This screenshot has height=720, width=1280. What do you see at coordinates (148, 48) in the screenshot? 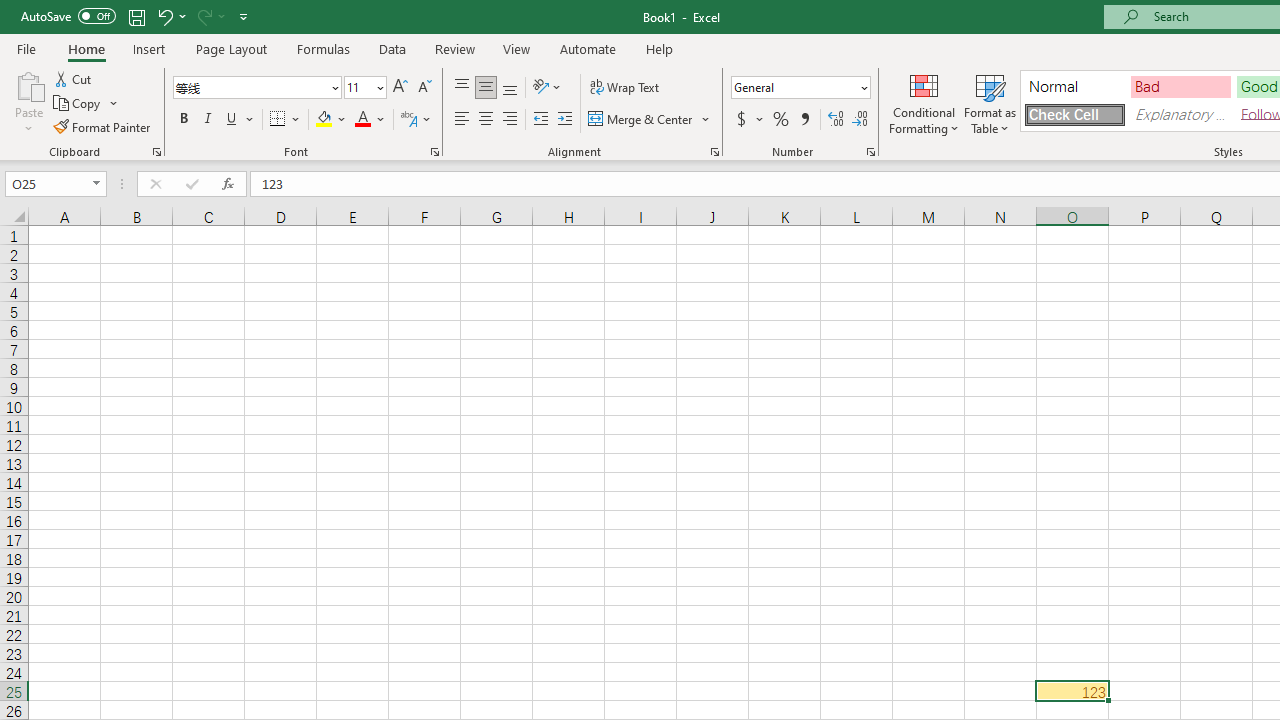
I see `'Insert'` at bounding box center [148, 48].